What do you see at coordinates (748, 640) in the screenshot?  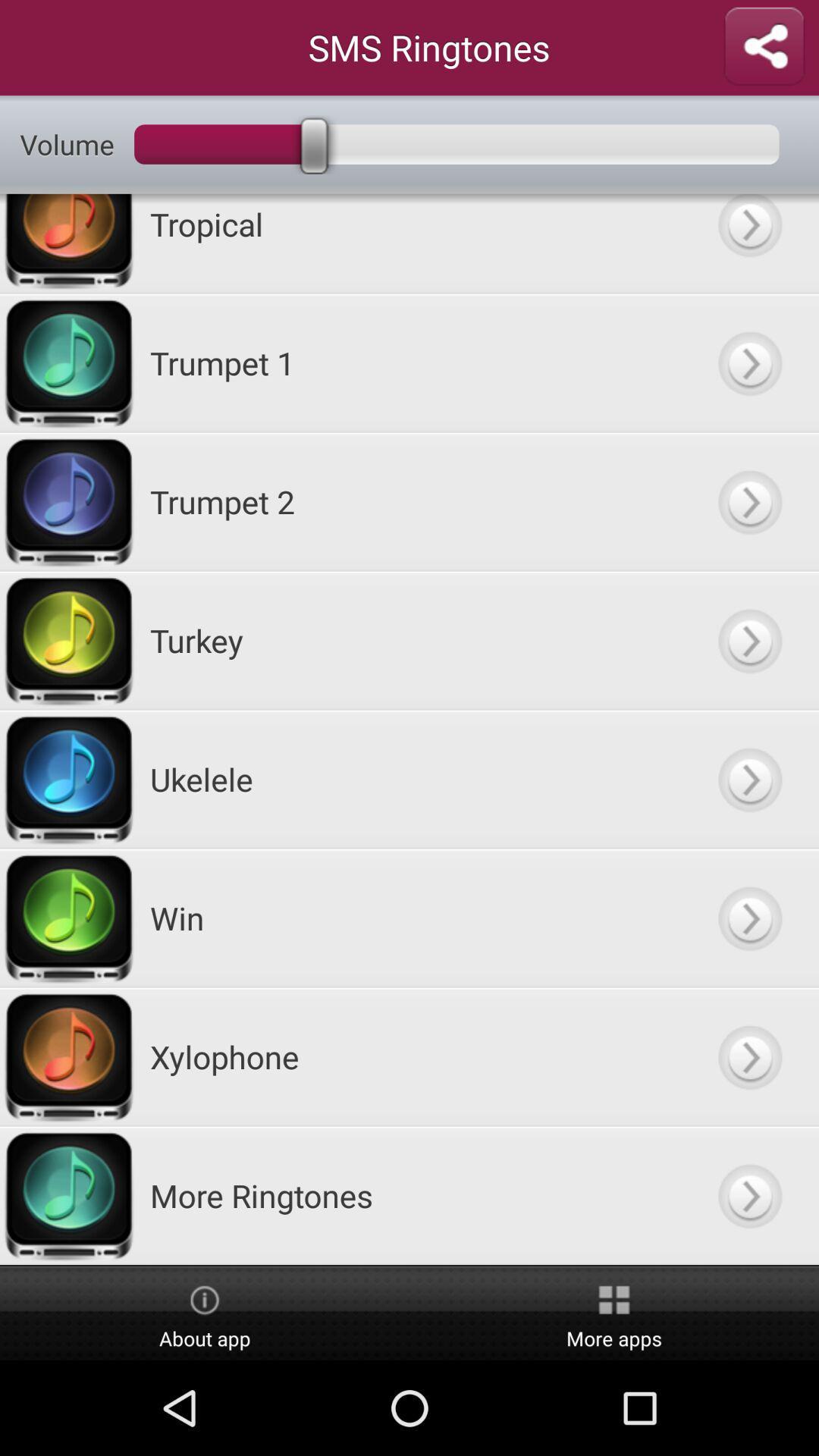 I see `play` at bounding box center [748, 640].